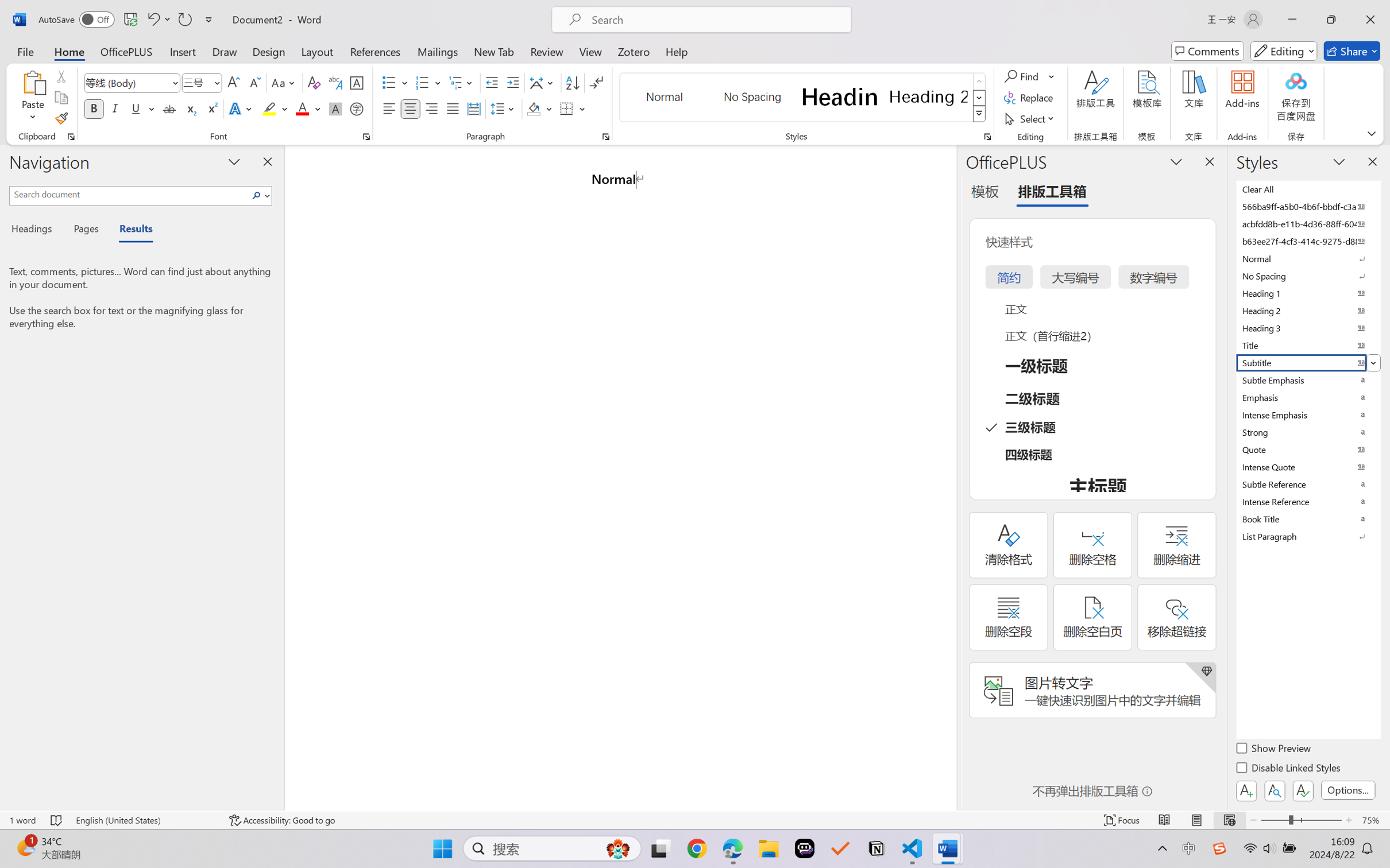 This screenshot has height=868, width=1390. What do you see at coordinates (503, 108) in the screenshot?
I see `'Line and Paragraph Spacing'` at bounding box center [503, 108].